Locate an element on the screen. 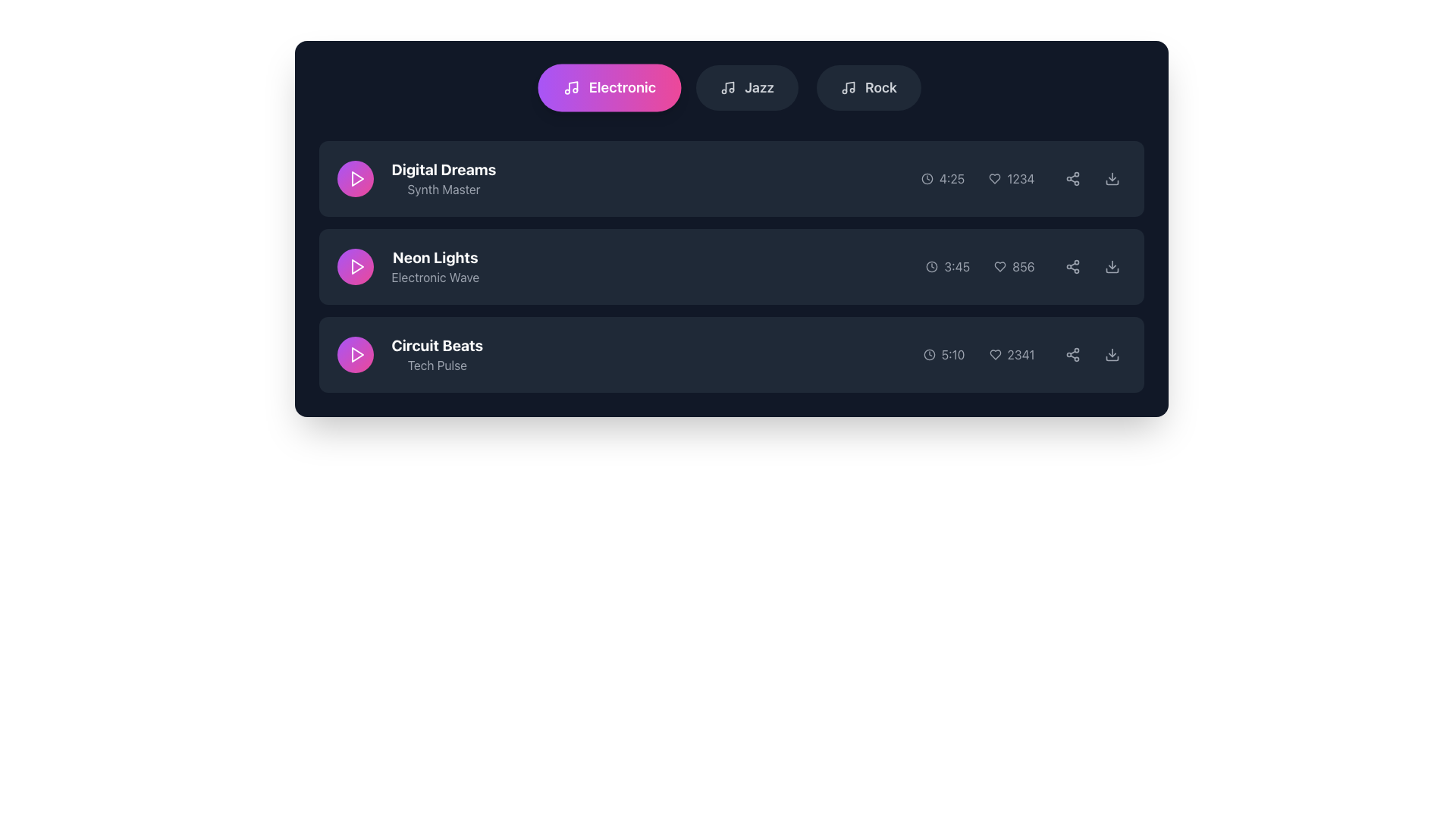  the informational metadata display for the music track 'Circuit Beats', located towards the right side of the row, showing duration and likes is located at coordinates (1025, 354).